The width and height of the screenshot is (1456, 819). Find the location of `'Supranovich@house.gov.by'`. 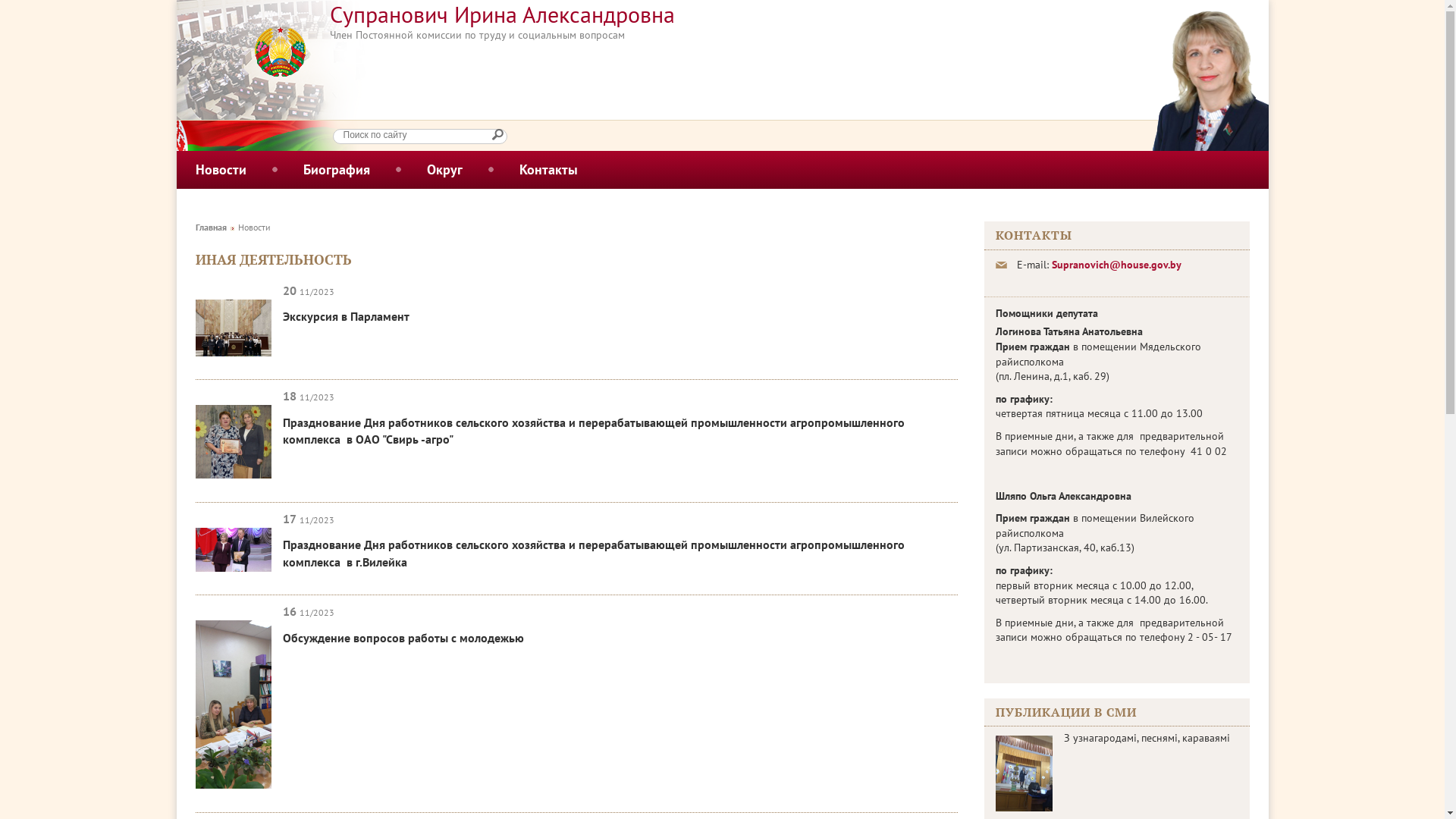

'Supranovich@house.gov.by' is located at coordinates (1116, 263).